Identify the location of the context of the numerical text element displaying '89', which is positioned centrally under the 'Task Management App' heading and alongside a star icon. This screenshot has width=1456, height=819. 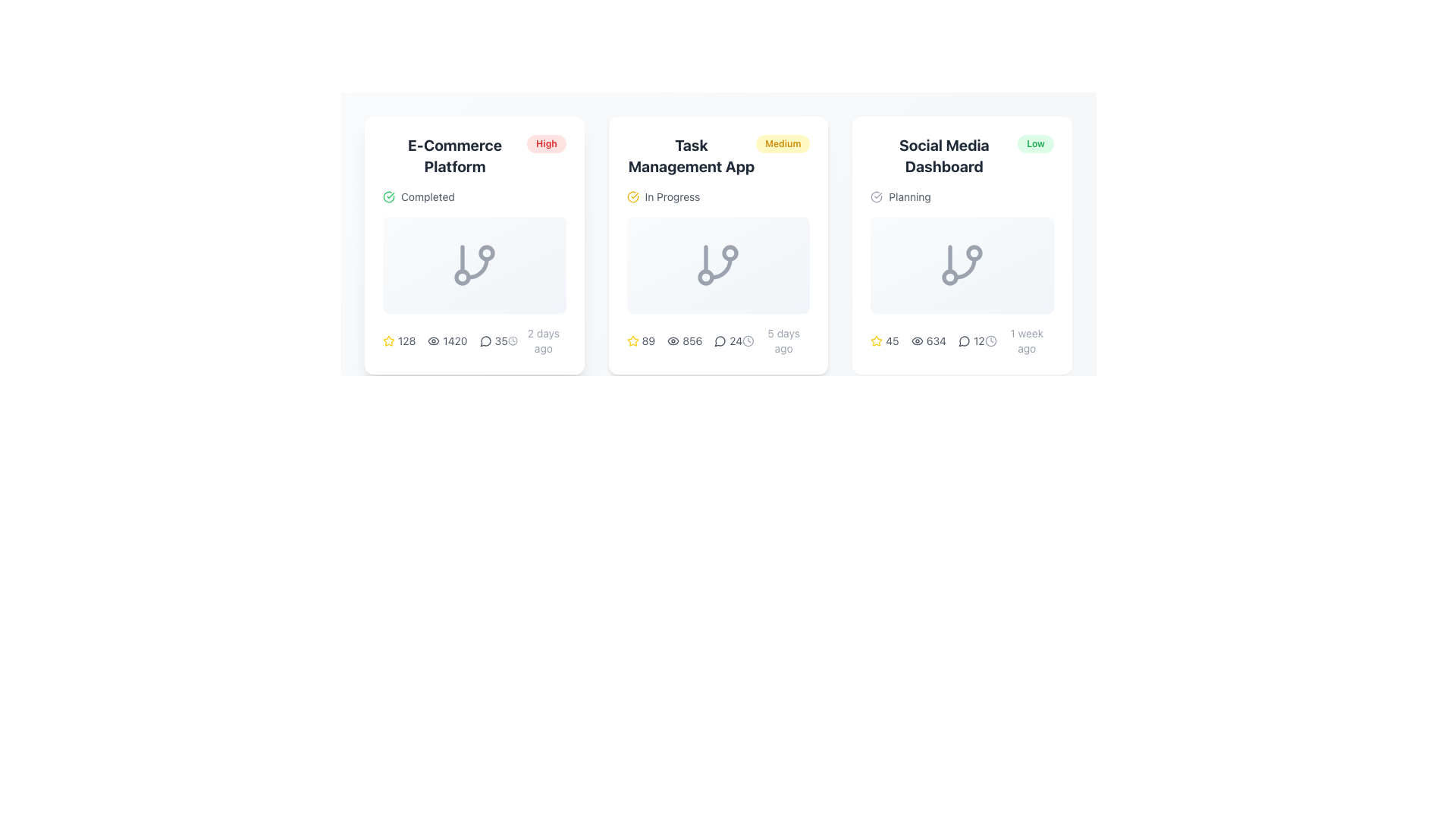
(648, 341).